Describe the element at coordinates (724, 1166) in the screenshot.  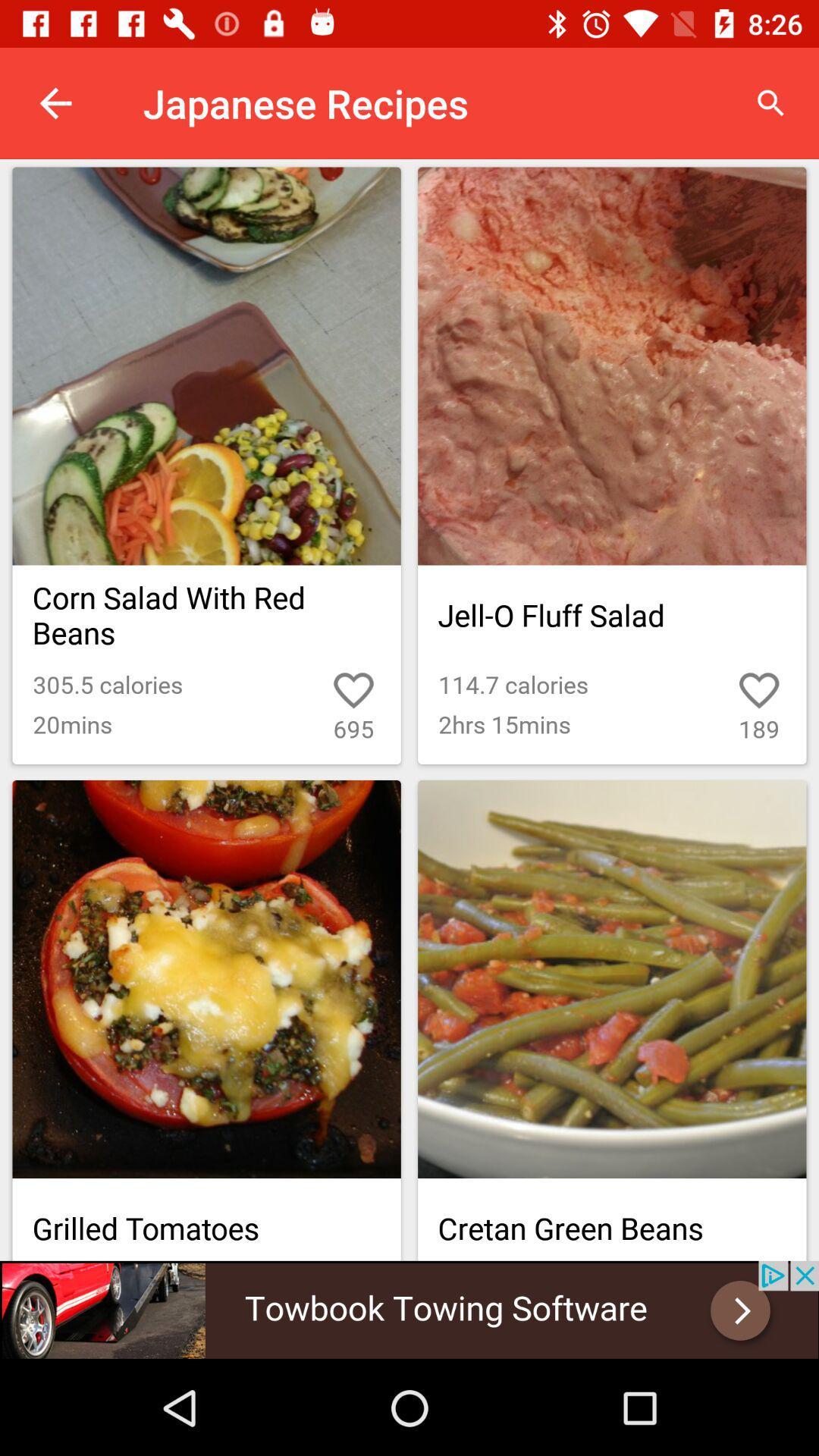
I see `the menu icon` at that location.